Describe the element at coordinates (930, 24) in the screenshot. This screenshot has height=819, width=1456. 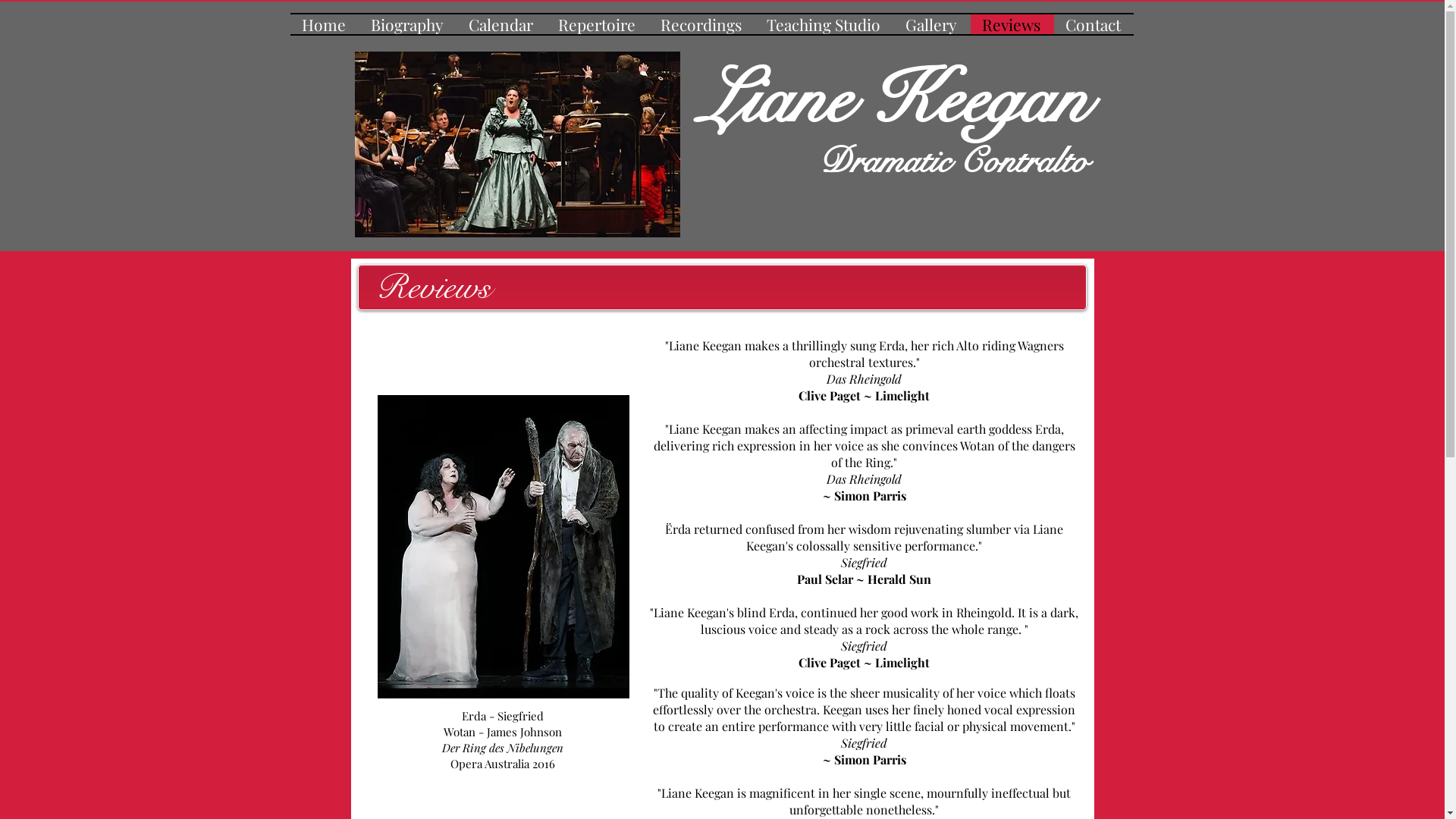
I see `'Gallery'` at that location.